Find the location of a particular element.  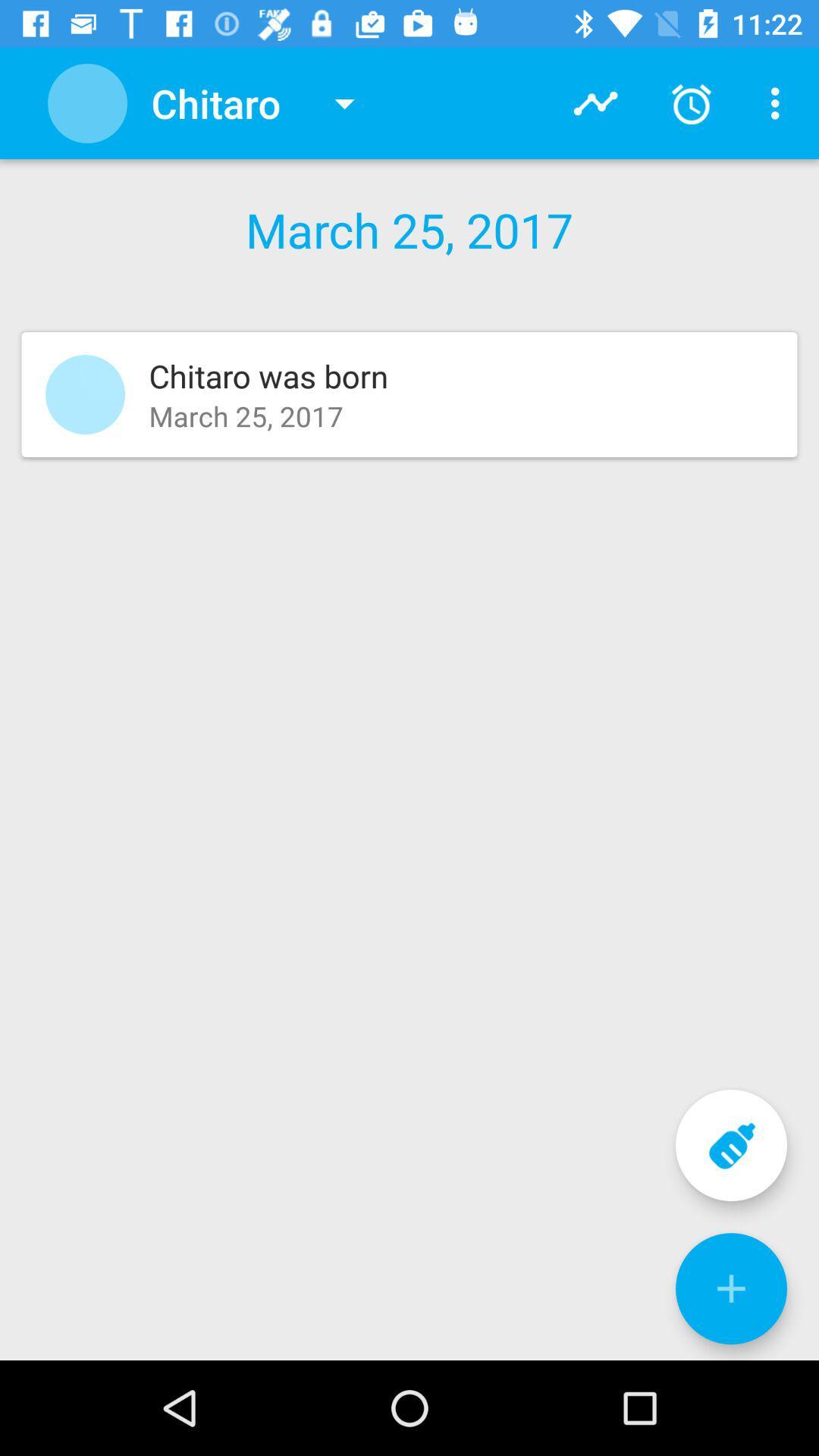

the chitaro was born option is located at coordinates (409, 394).